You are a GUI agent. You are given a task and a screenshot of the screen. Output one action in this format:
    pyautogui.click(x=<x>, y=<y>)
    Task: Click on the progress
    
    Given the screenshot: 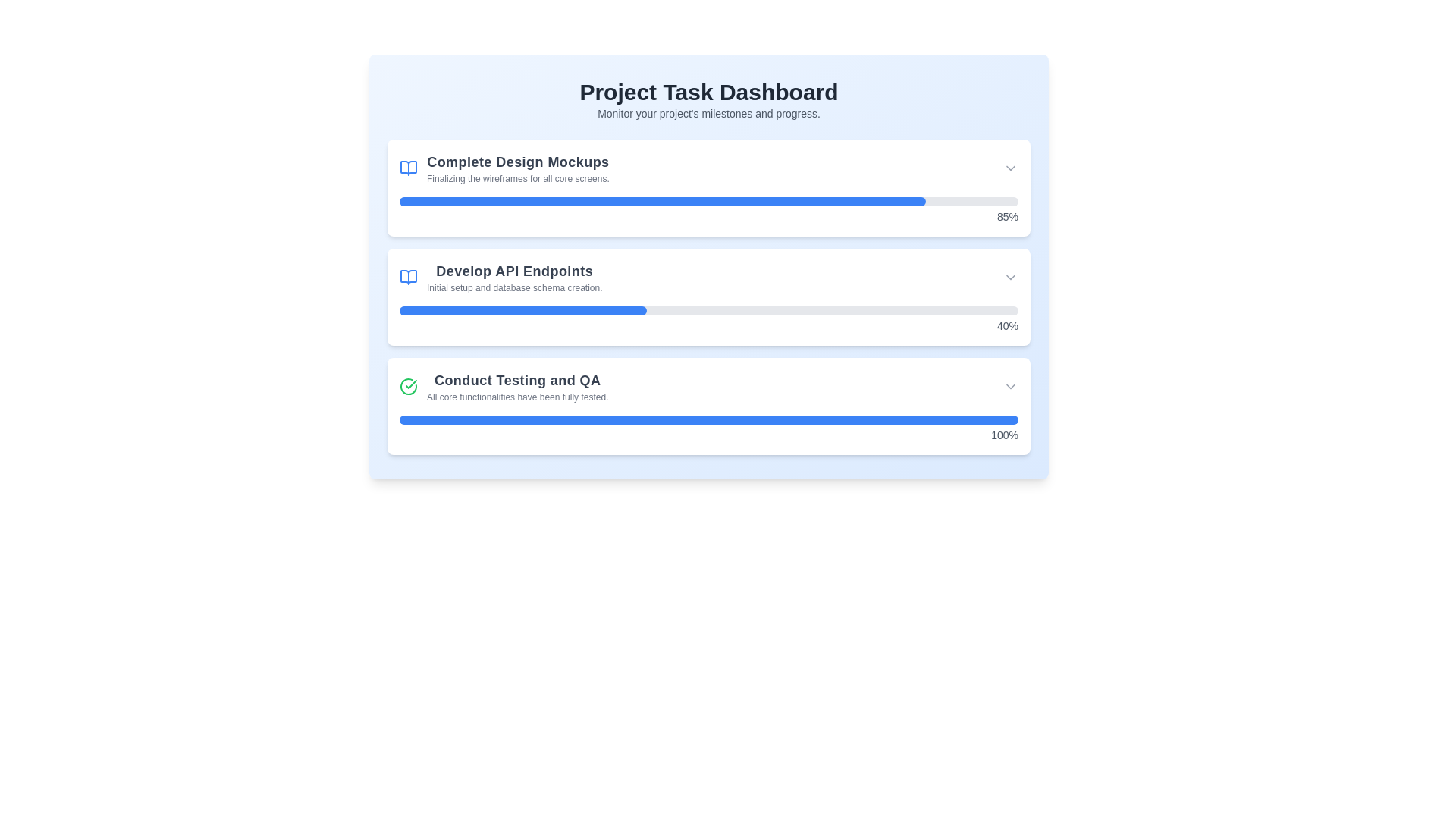 What is the action you would take?
    pyautogui.click(x=628, y=309)
    